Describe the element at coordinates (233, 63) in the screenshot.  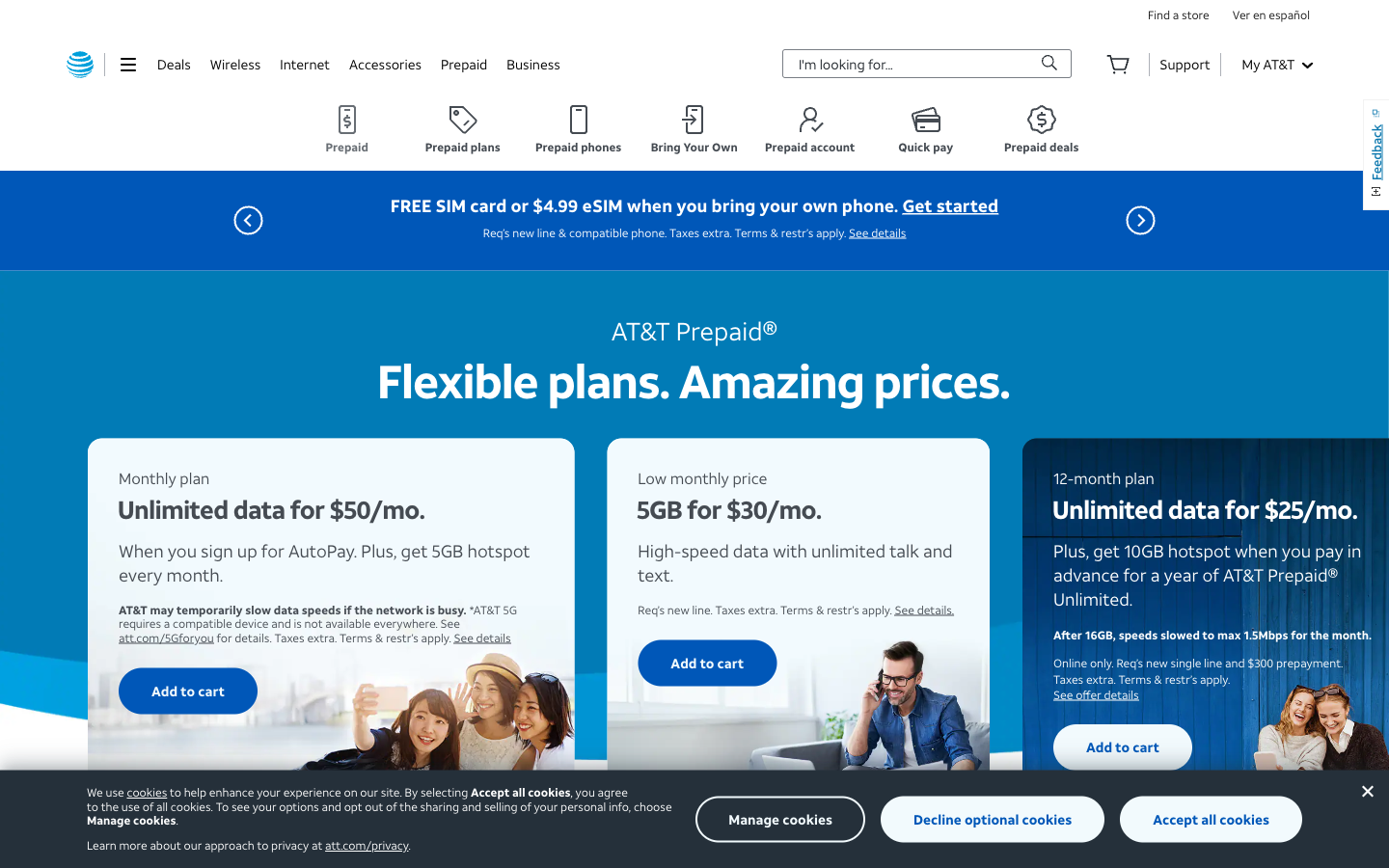
I see `View the "Wireless" tab` at that location.